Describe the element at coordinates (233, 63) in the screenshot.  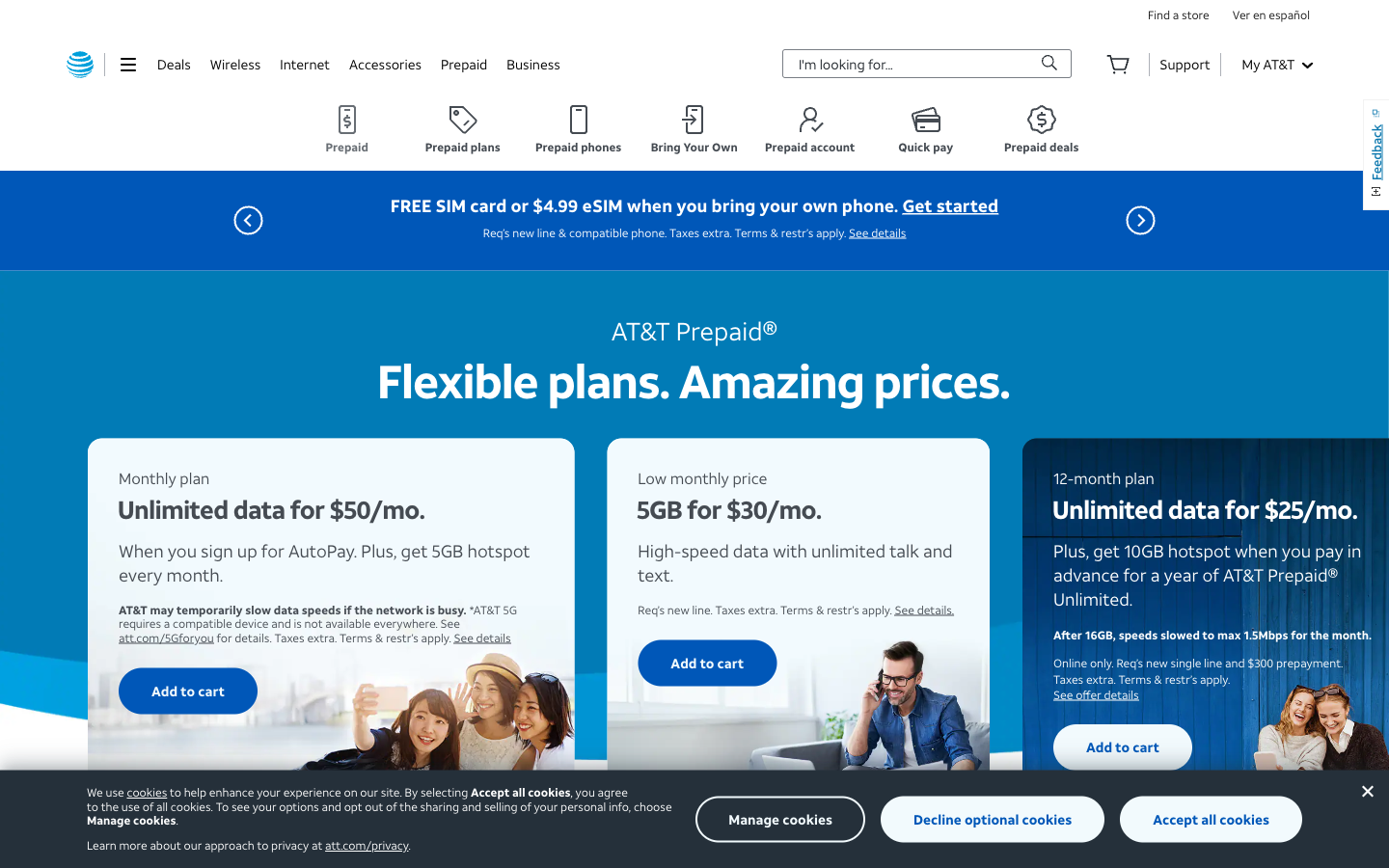
I see `View the "Wireless" tab` at that location.